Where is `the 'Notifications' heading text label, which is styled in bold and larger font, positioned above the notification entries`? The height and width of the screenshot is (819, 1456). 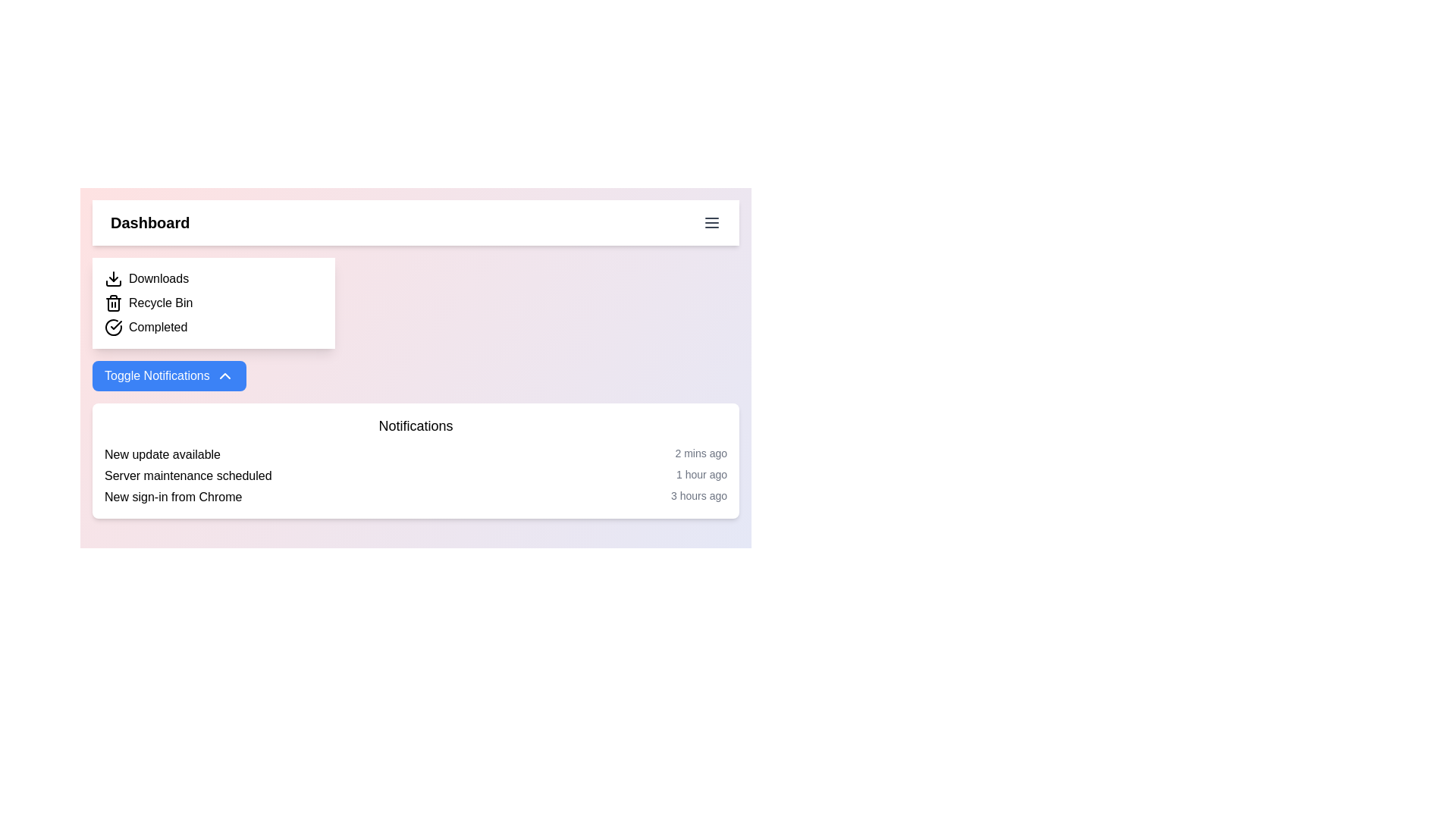
the 'Notifications' heading text label, which is styled in bold and larger font, positioned above the notification entries is located at coordinates (416, 426).